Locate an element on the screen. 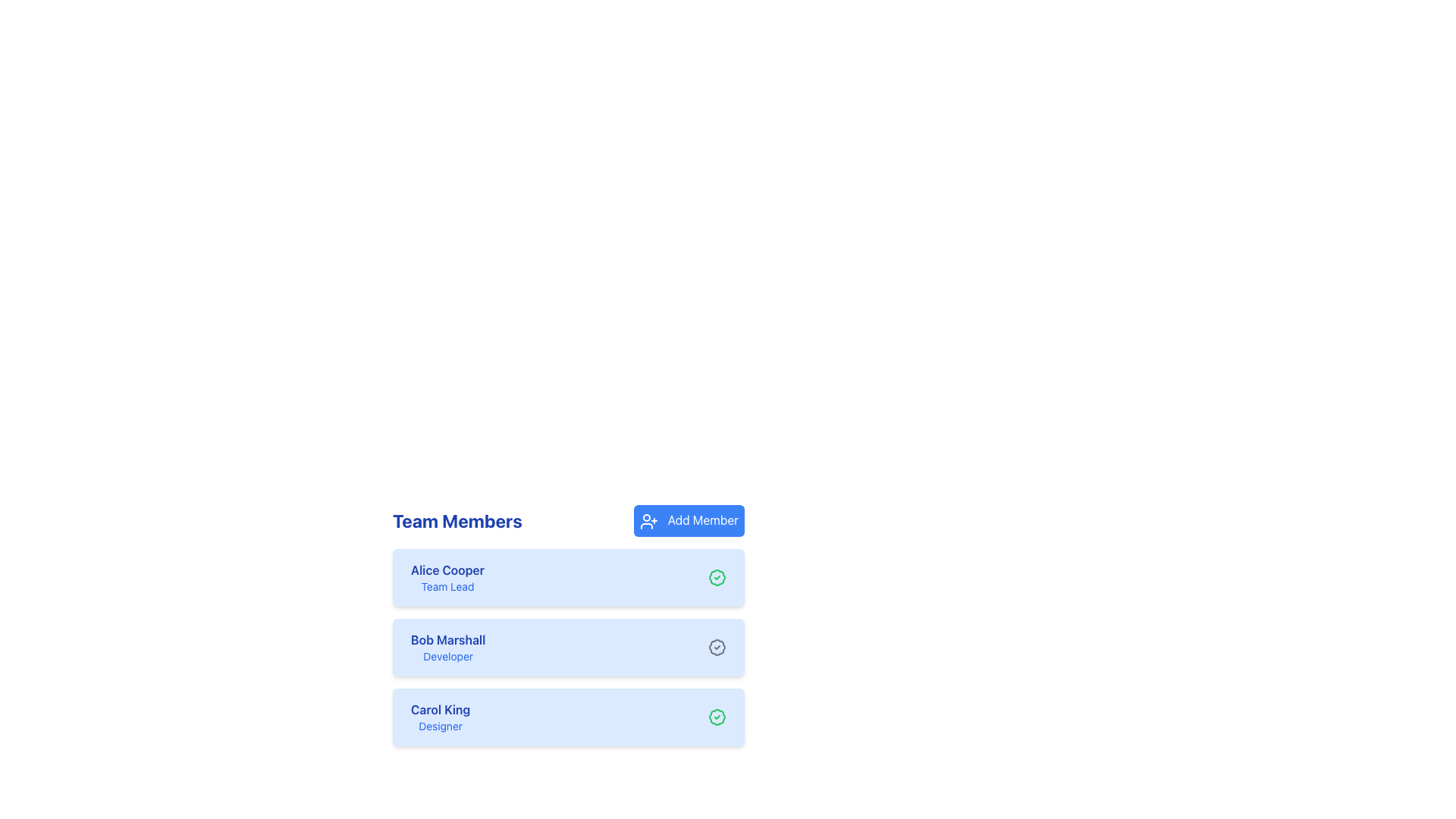  the circular decorative pattern resembling a badge or seal that is styled in green, located in the rightmost position of the third list item under 'Team Members', corresponding to 'Carol King Designer' is located at coordinates (716, 577).